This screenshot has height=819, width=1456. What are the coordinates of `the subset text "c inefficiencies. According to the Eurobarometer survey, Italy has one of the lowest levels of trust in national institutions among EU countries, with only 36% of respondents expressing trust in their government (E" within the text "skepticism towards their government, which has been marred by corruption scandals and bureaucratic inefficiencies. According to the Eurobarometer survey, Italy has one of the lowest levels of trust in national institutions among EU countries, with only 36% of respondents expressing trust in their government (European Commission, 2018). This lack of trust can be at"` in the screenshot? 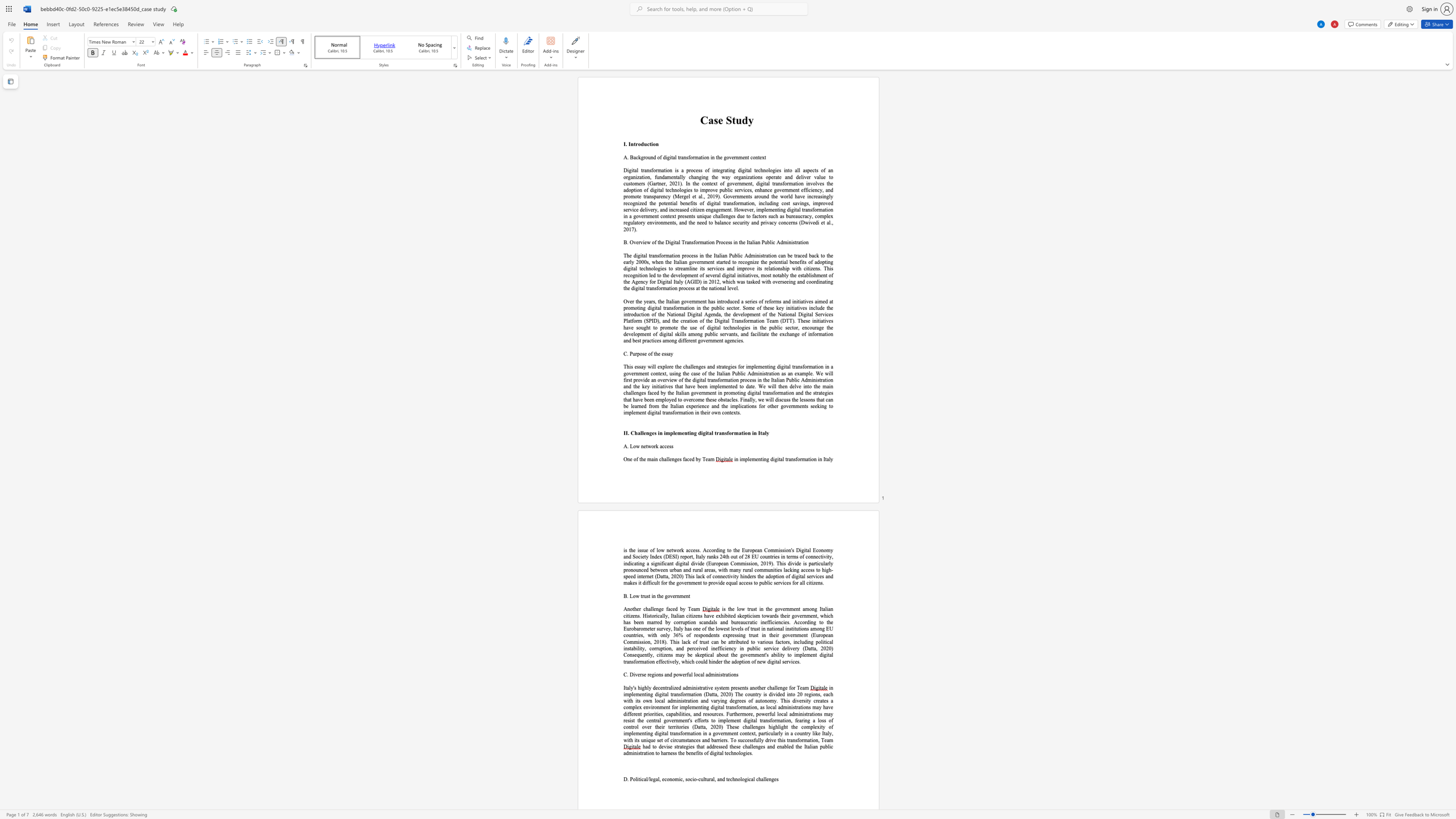 It's located at (755, 622).